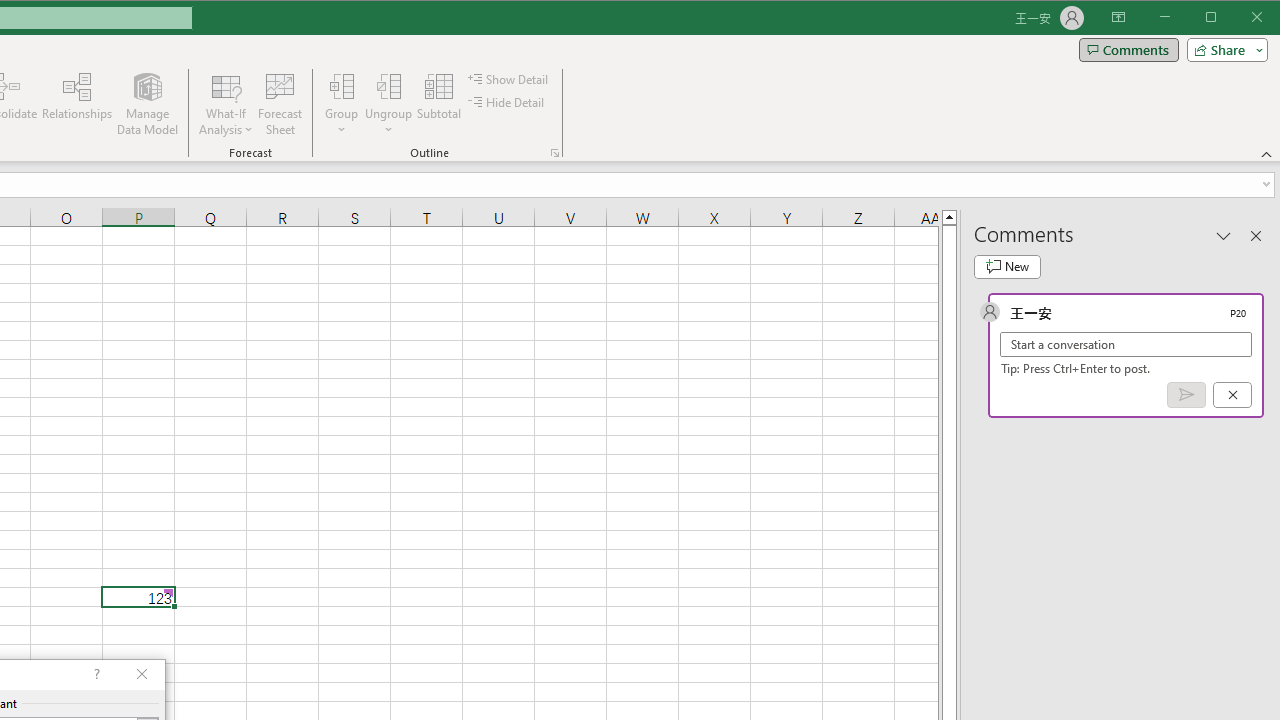 The width and height of the screenshot is (1280, 720). I want to click on 'New comment', so click(1007, 266).